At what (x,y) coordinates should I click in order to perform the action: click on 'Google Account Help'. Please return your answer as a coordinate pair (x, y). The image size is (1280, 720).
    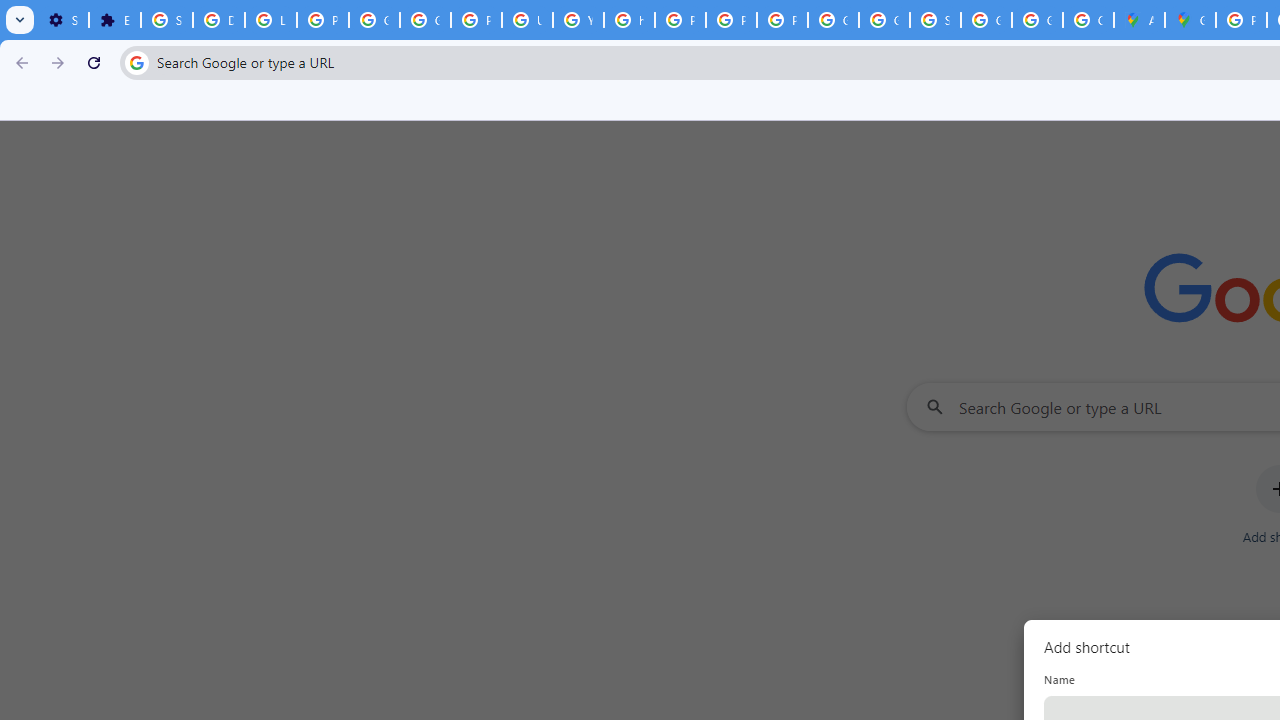
    Looking at the image, I should click on (375, 20).